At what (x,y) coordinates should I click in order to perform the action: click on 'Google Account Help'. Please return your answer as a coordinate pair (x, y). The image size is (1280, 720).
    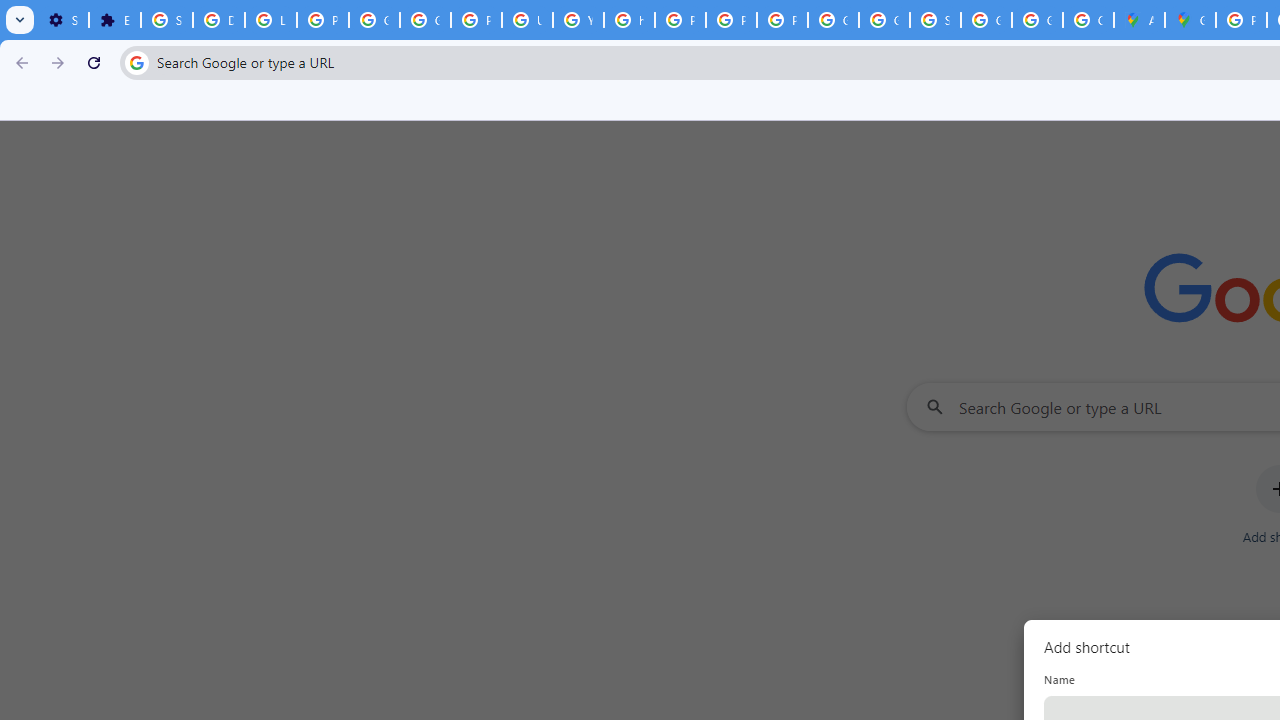
    Looking at the image, I should click on (375, 20).